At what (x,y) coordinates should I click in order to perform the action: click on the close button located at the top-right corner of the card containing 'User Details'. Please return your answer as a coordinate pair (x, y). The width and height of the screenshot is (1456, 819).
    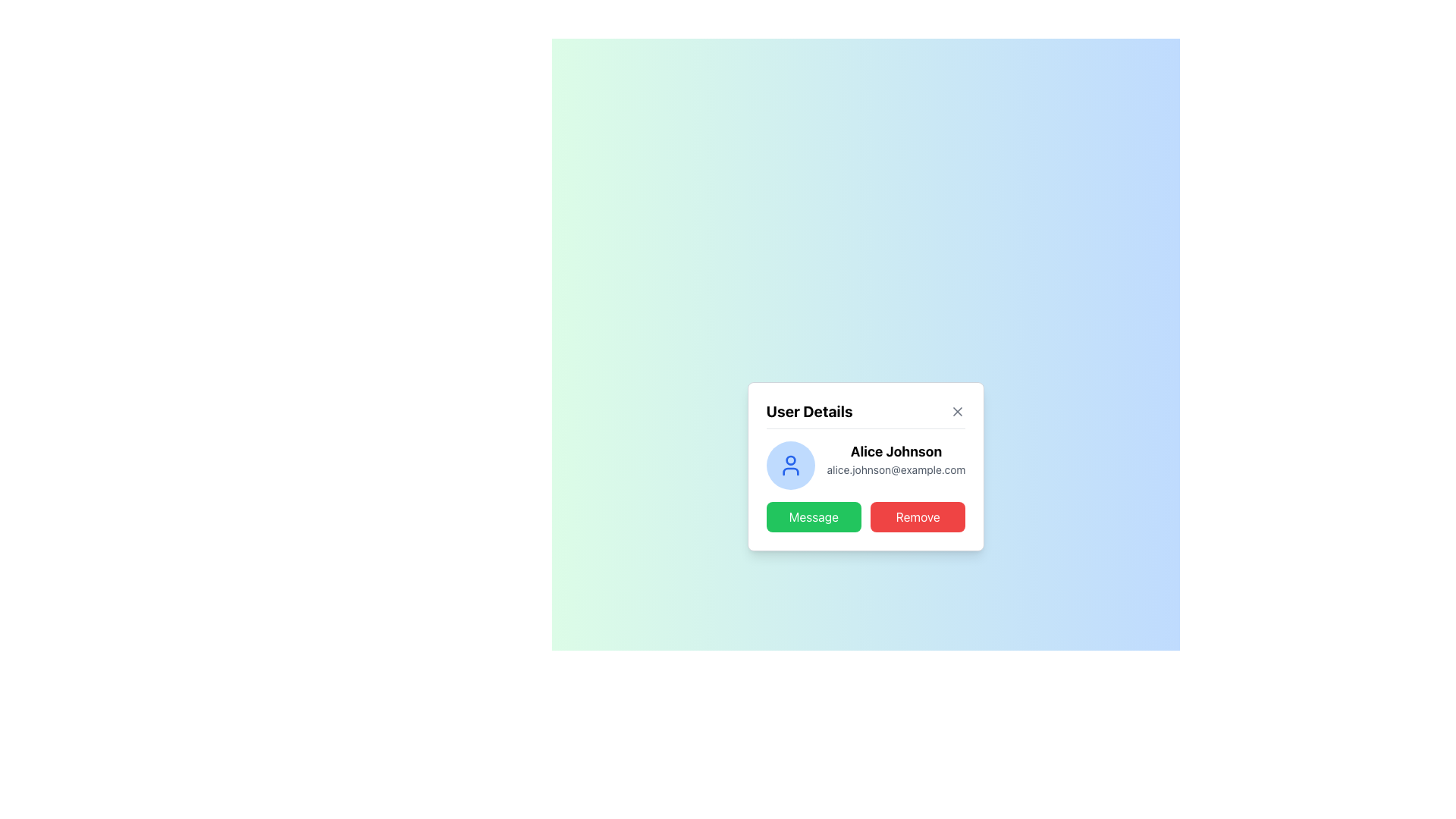
    Looking at the image, I should click on (957, 411).